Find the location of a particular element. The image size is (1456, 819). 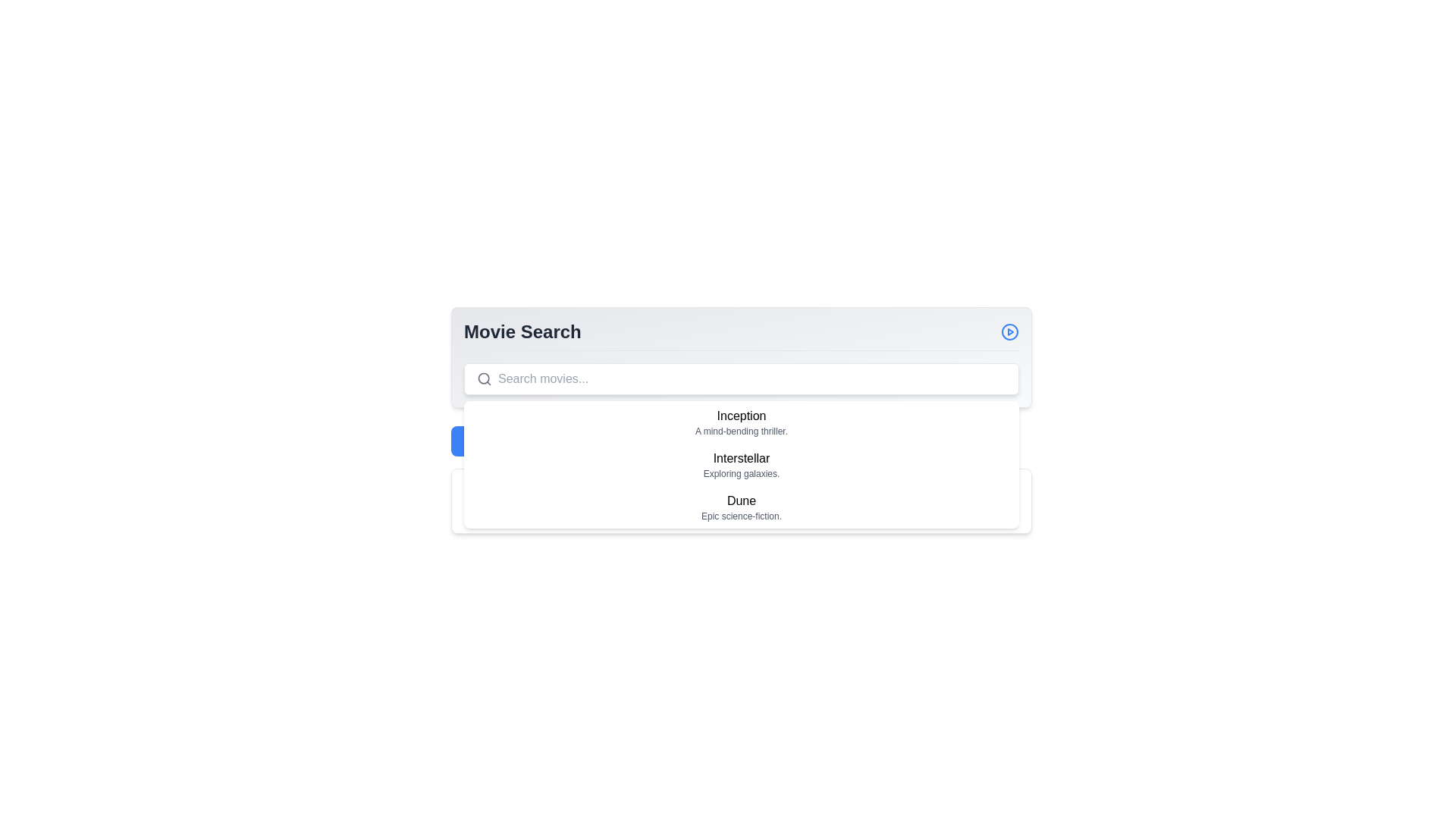

to select the list item displaying 'Dune' in bold, large font from the dropdown menu is located at coordinates (742, 507).